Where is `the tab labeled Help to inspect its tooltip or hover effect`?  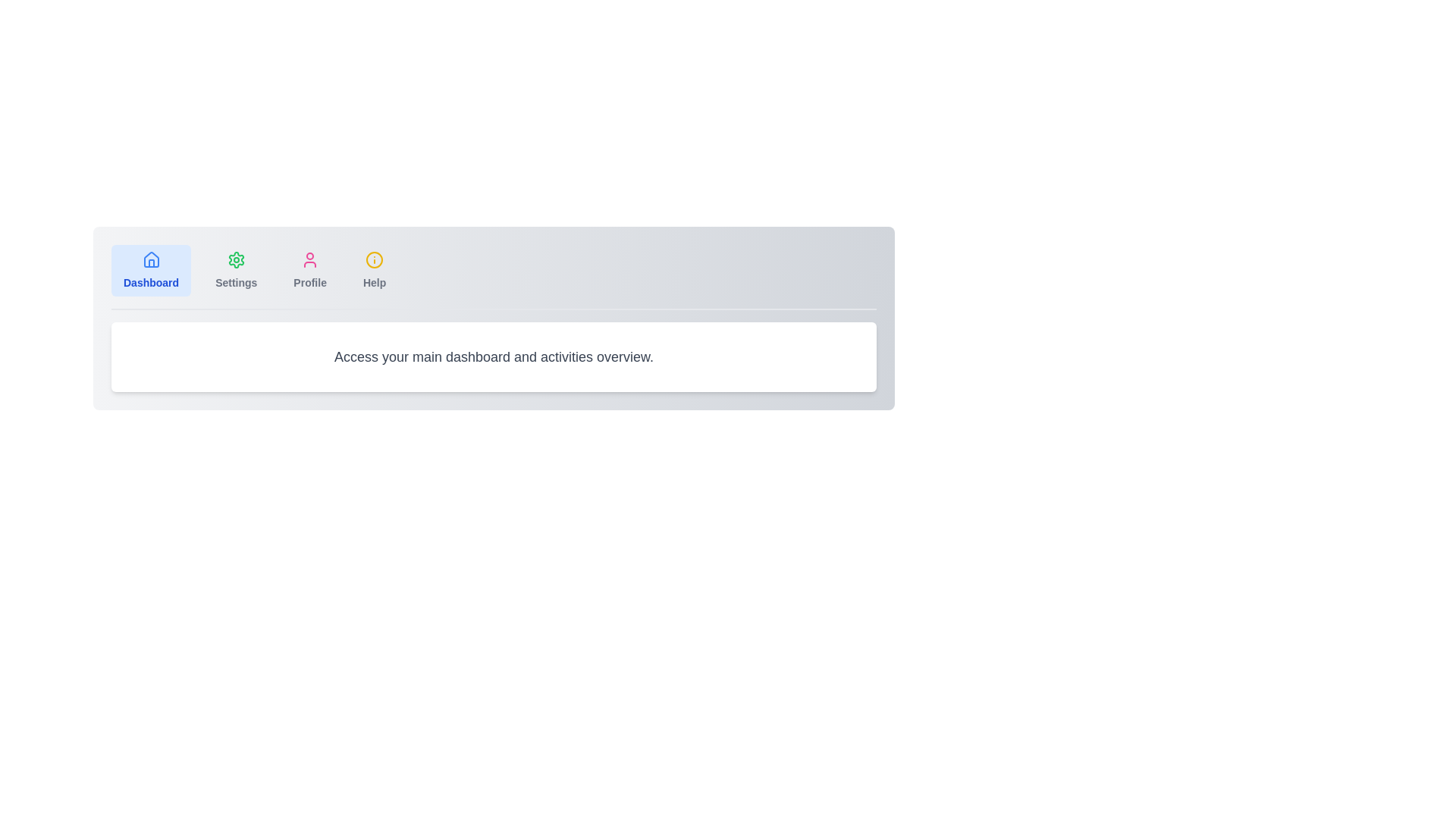
the tab labeled Help to inspect its tooltip or hover effect is located at coordinates (375, 270).